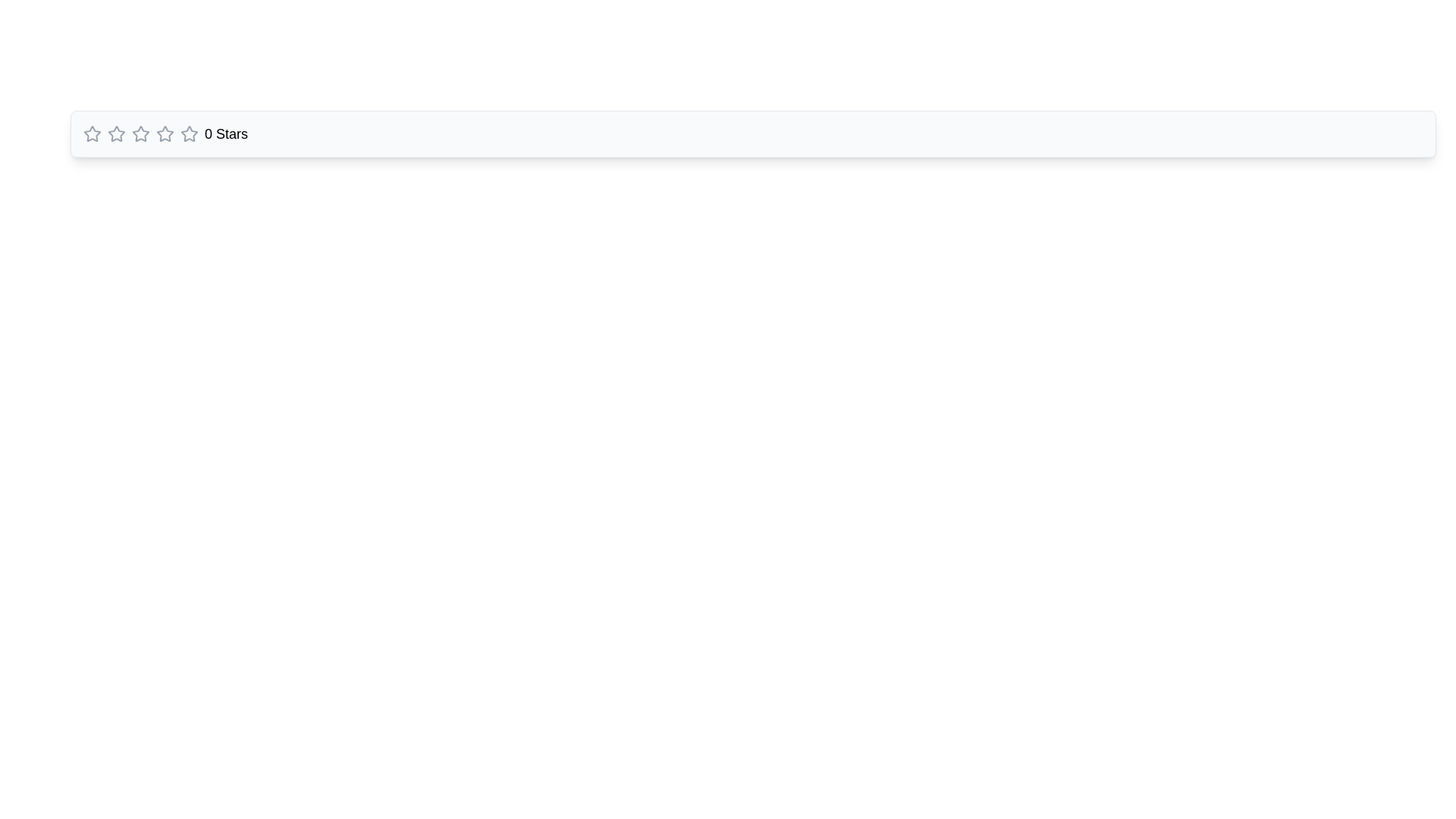 The height and width of the screenshot is (819, 1456). What do you see at coordinates (165, 133) in the screenshot?
I see `the third star icon from the left in the horizontal row to rate` at bounding box center [165, 133].